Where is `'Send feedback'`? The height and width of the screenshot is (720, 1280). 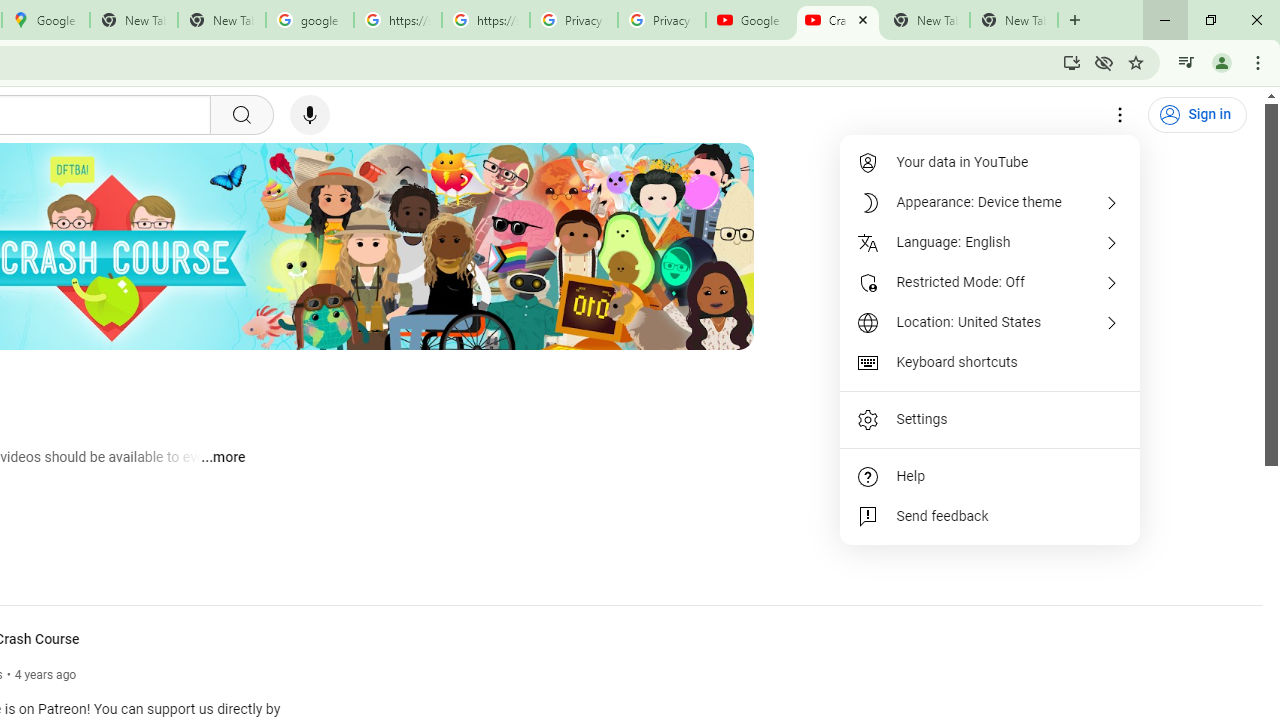
'Send feedback' is located at coordinates (990, 515).